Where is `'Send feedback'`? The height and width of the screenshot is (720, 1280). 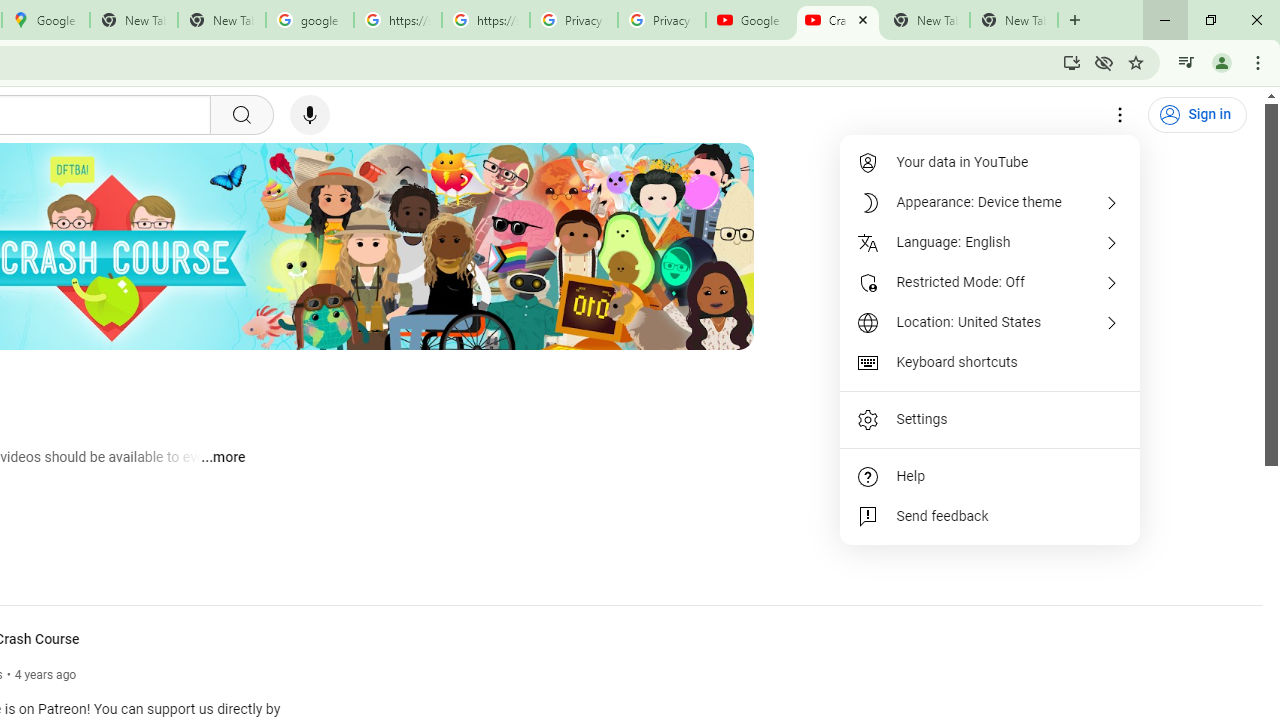
'Send feedback' is located at coordinates (990, 515).